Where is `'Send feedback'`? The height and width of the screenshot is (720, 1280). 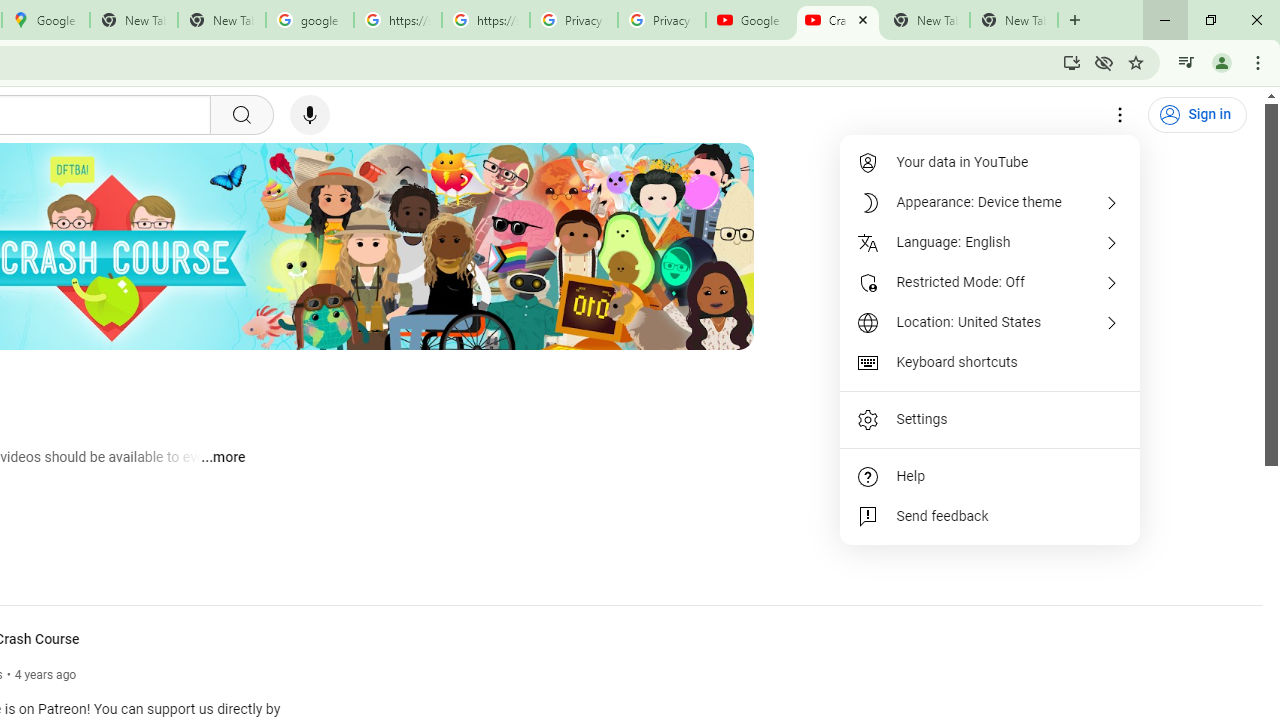
'Send feedback' is located at coordinates (990, 515).